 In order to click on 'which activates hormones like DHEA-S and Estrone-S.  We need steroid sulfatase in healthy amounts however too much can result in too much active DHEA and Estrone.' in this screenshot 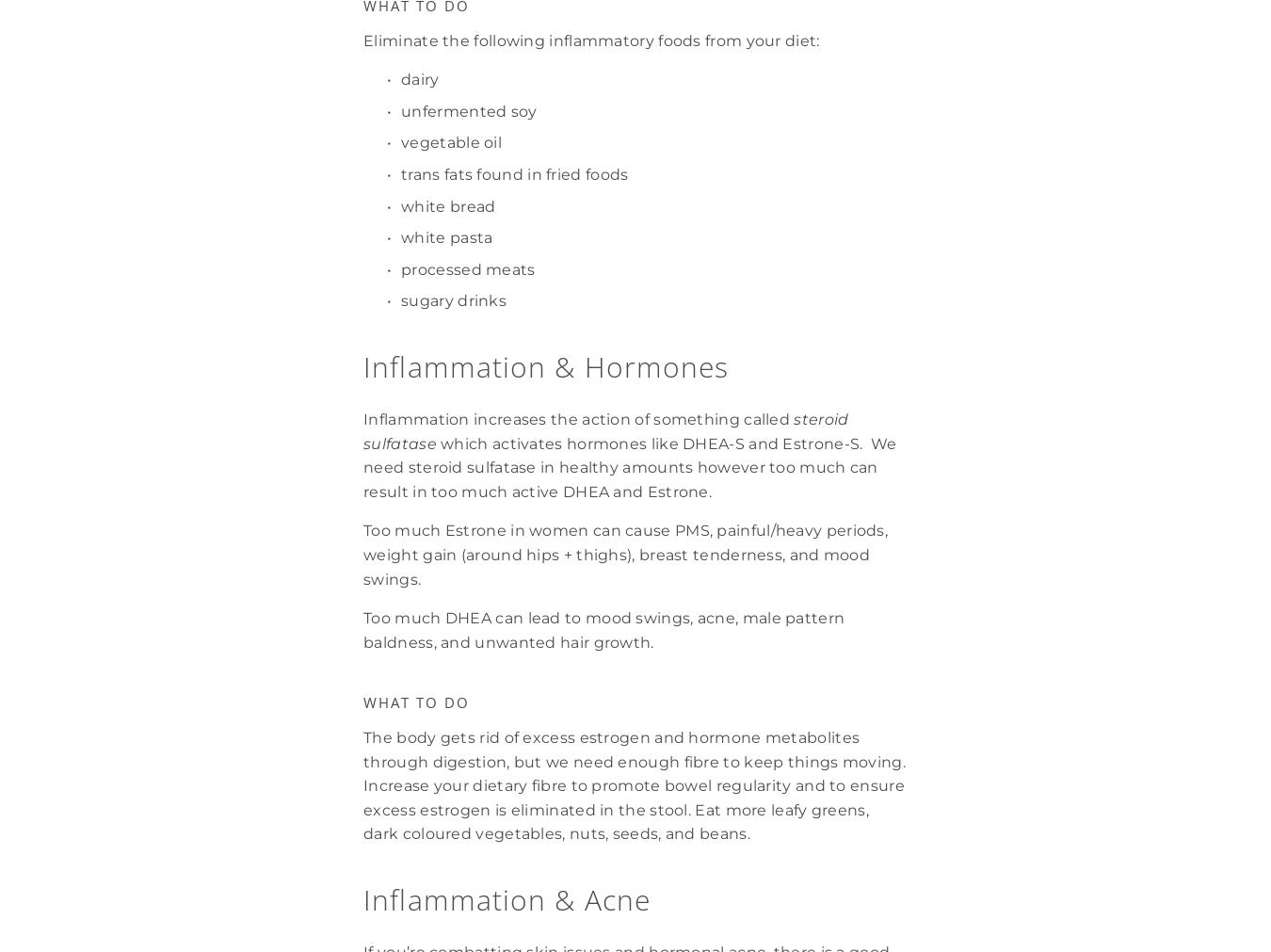, I will do `click(631, 465)`.